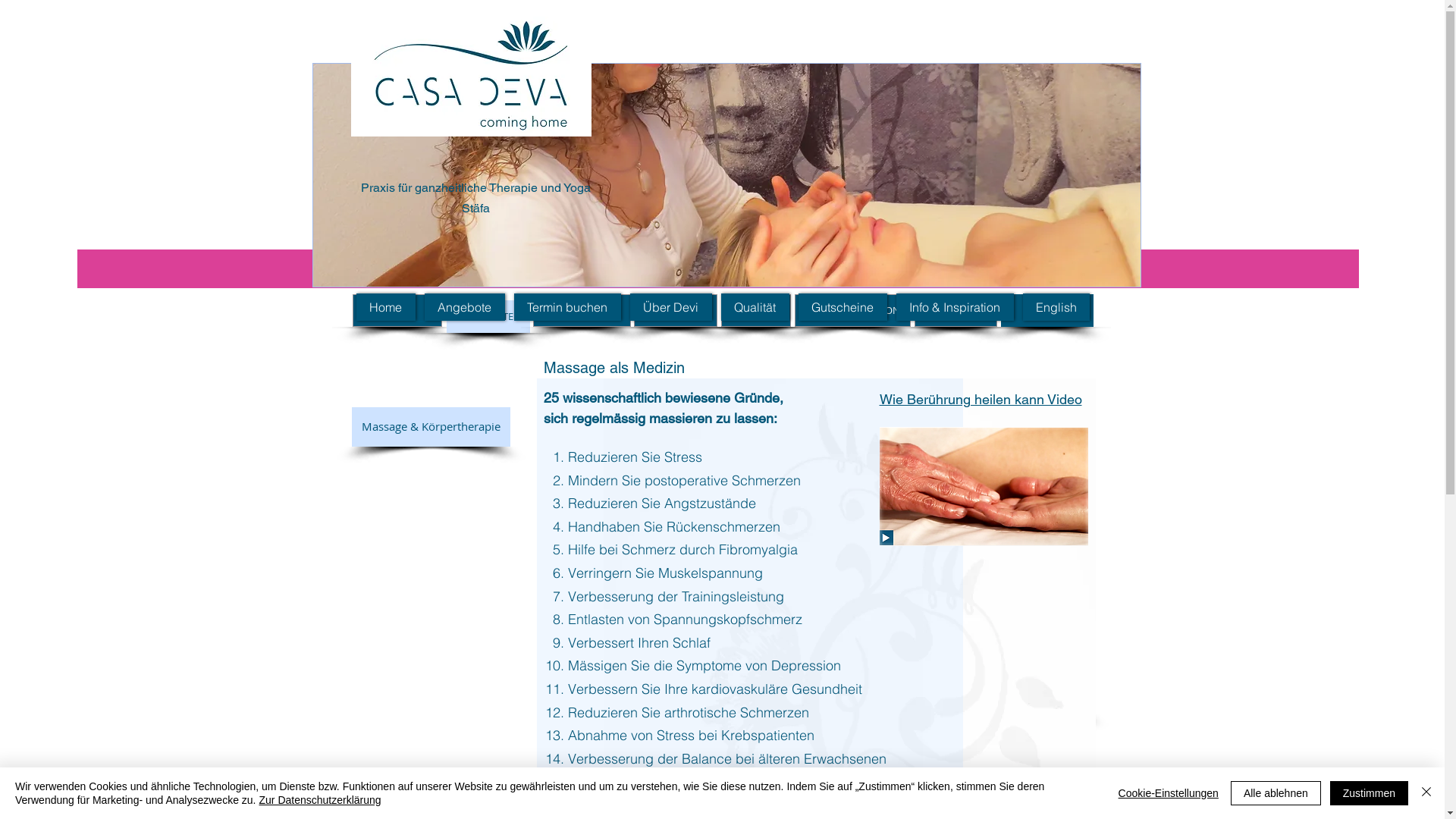  What do you see at coordinates (1329, 792) in the screenshot?
I see `'Zustimmen'` at bounding box center [1329, 792].